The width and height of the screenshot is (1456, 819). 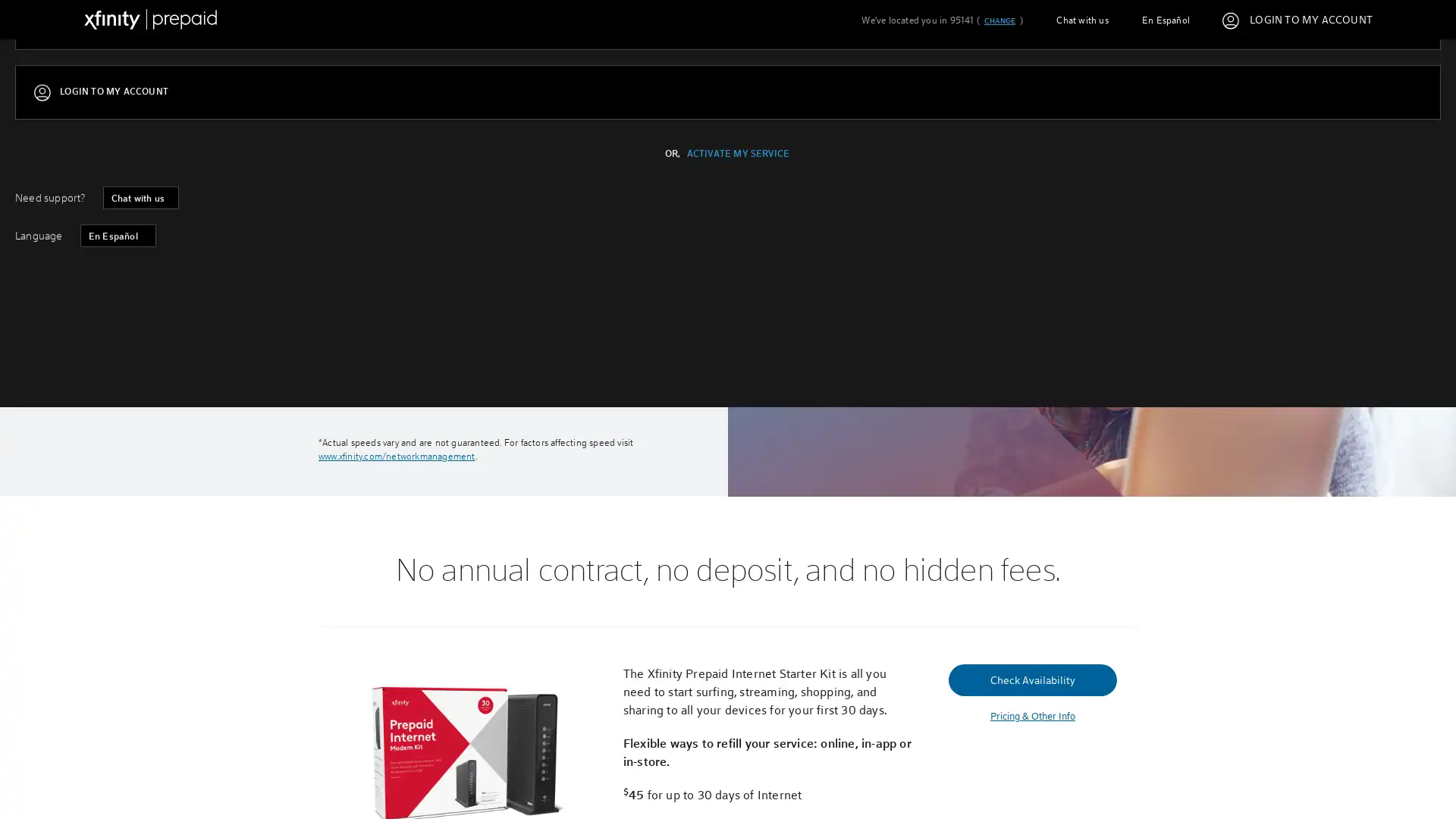 What do you see at coordinates (1031, 716) in the screenshot?
I see `Pricing & Other Info` at bounding box center [1031, 716].